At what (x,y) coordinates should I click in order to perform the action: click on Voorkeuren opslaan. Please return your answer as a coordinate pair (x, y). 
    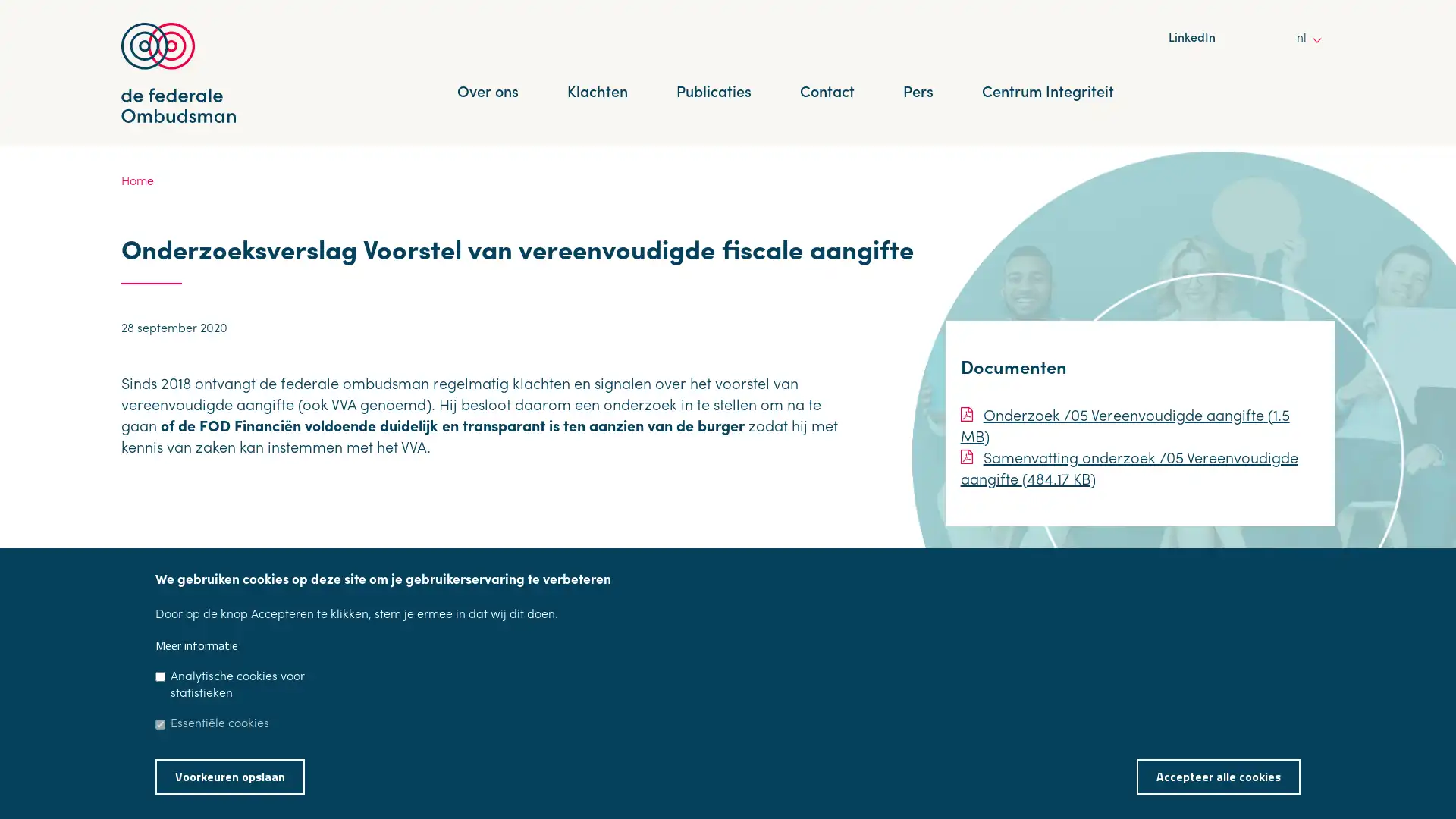
    Looking at the image, I should click on (229, 776).